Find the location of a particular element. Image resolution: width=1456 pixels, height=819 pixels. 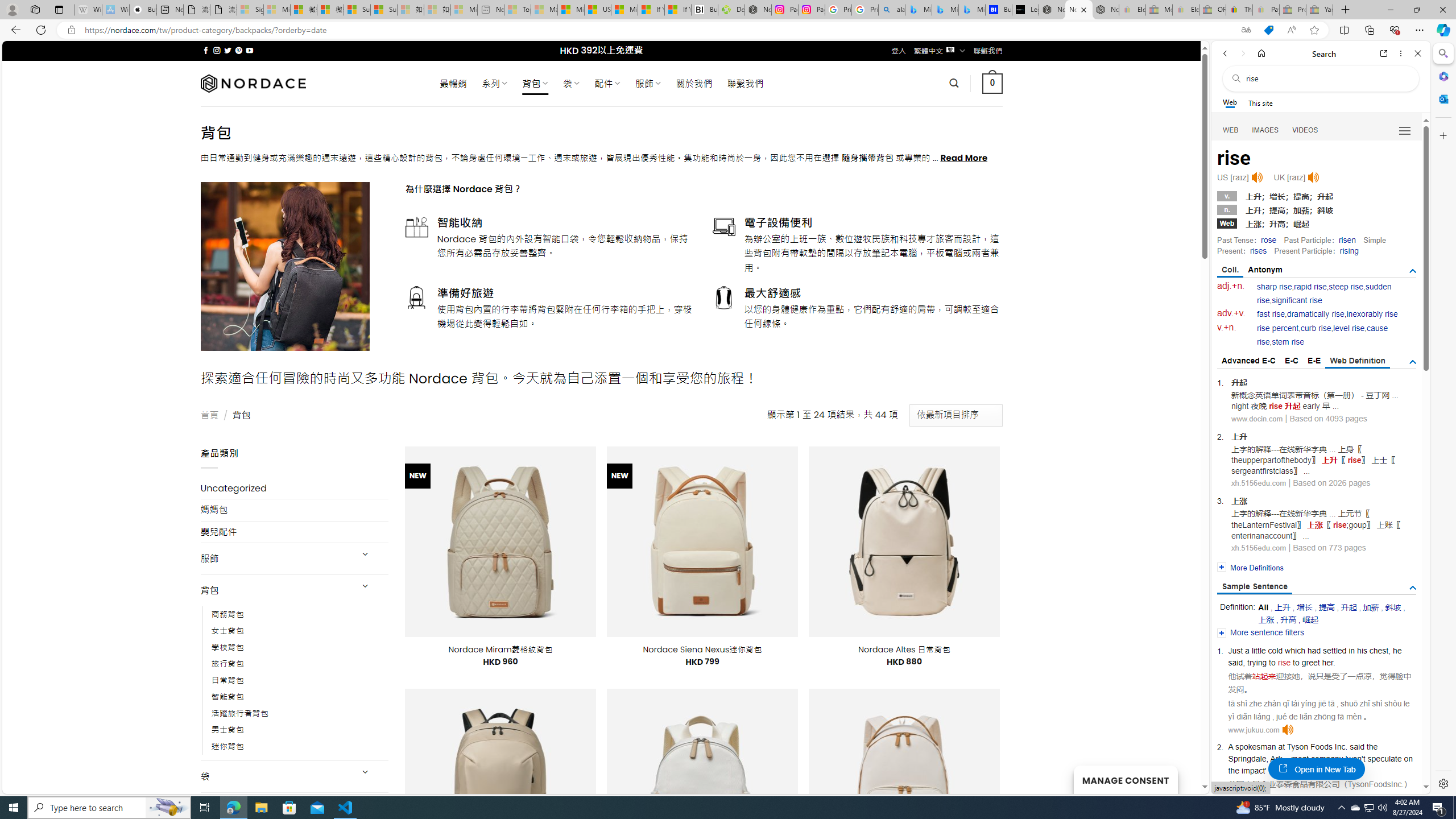

'Web Definition' is located at coordinates (1357, 361).